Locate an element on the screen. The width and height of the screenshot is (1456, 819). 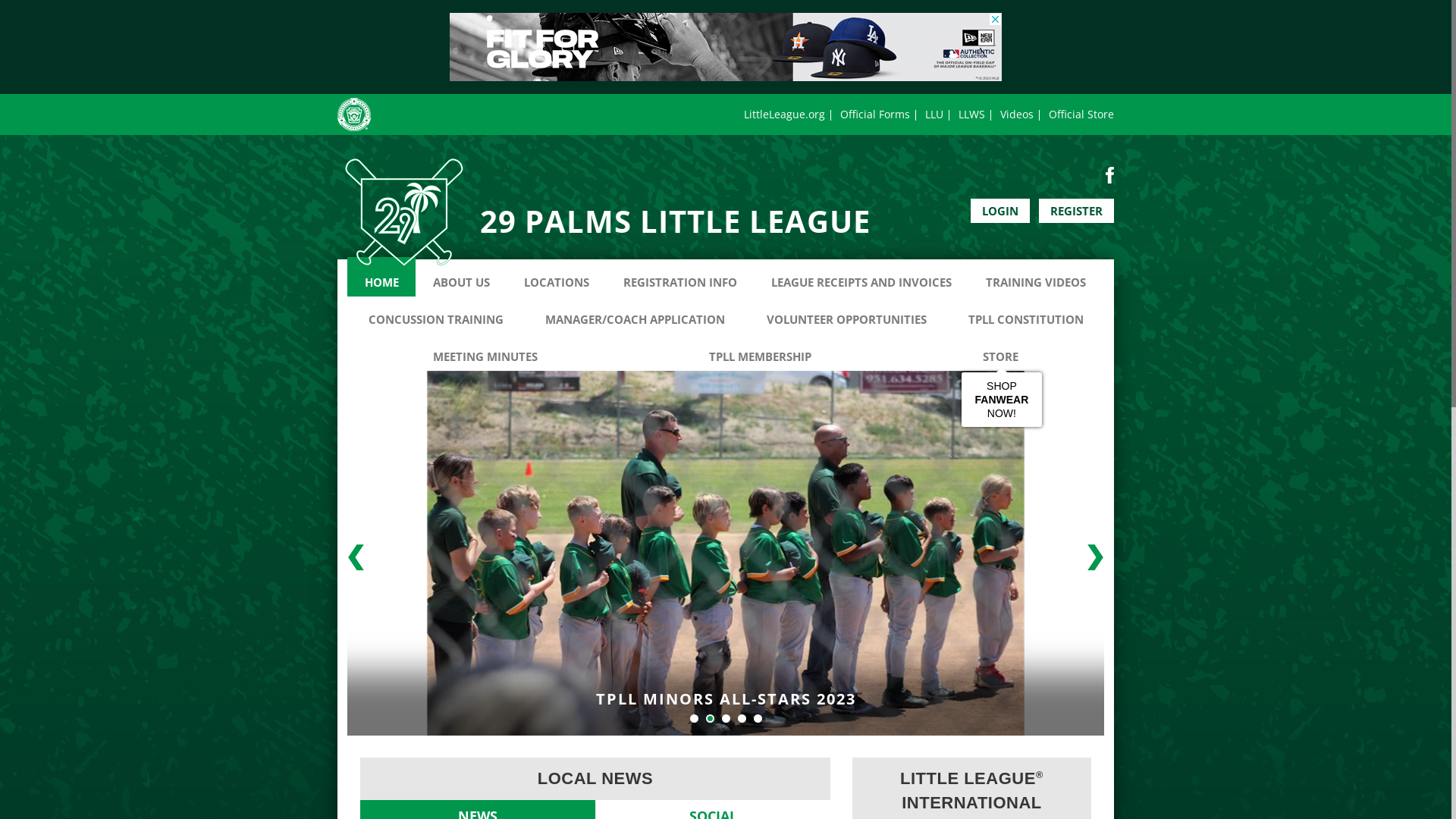
'<' is located at coordinates (355, 557).